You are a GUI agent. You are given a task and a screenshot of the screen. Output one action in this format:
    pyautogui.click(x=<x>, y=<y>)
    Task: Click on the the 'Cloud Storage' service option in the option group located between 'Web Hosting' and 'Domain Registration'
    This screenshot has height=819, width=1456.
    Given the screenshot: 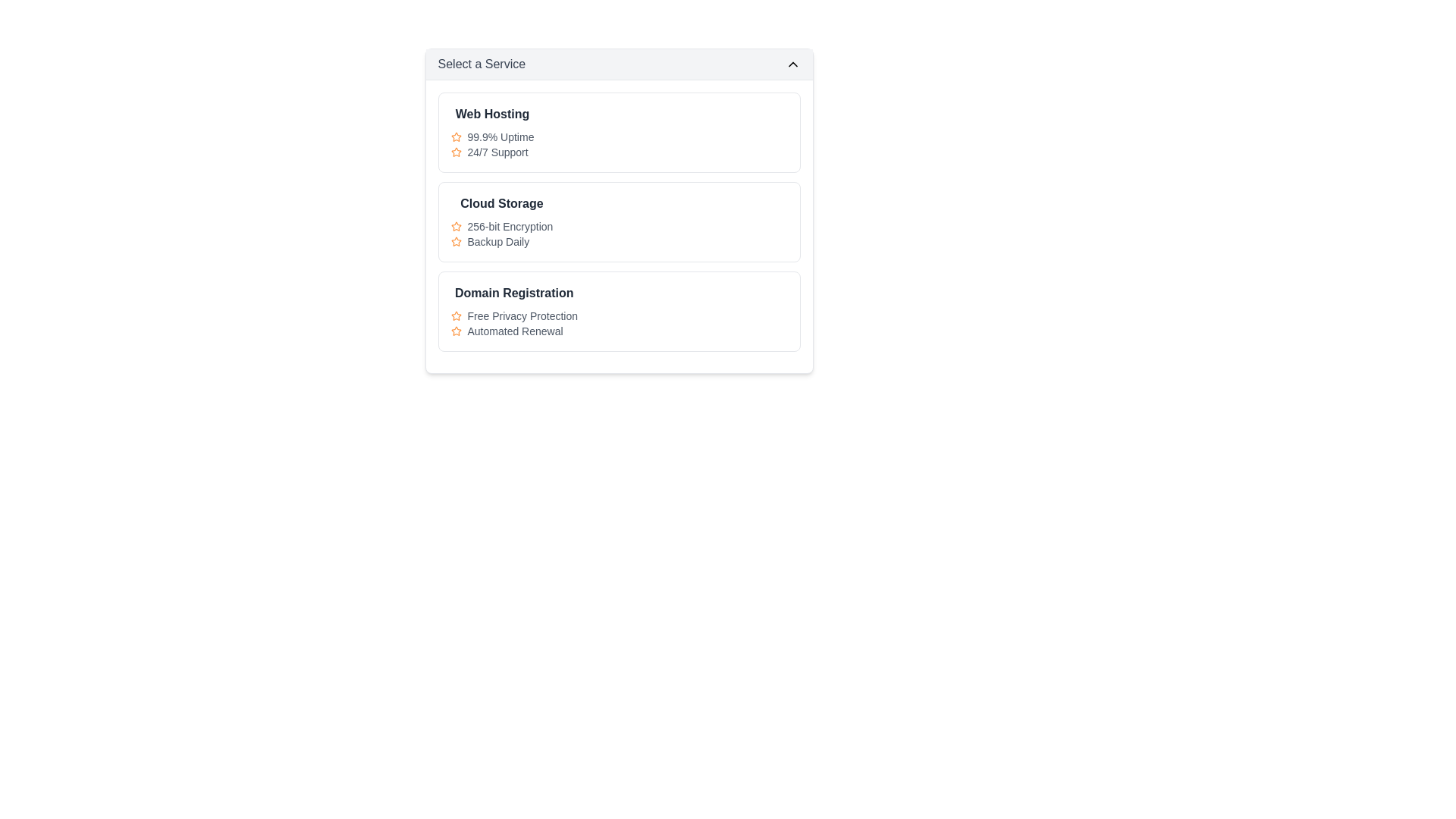 What is the action you would take?
    pyautogui.click(x=619, y=211)
    